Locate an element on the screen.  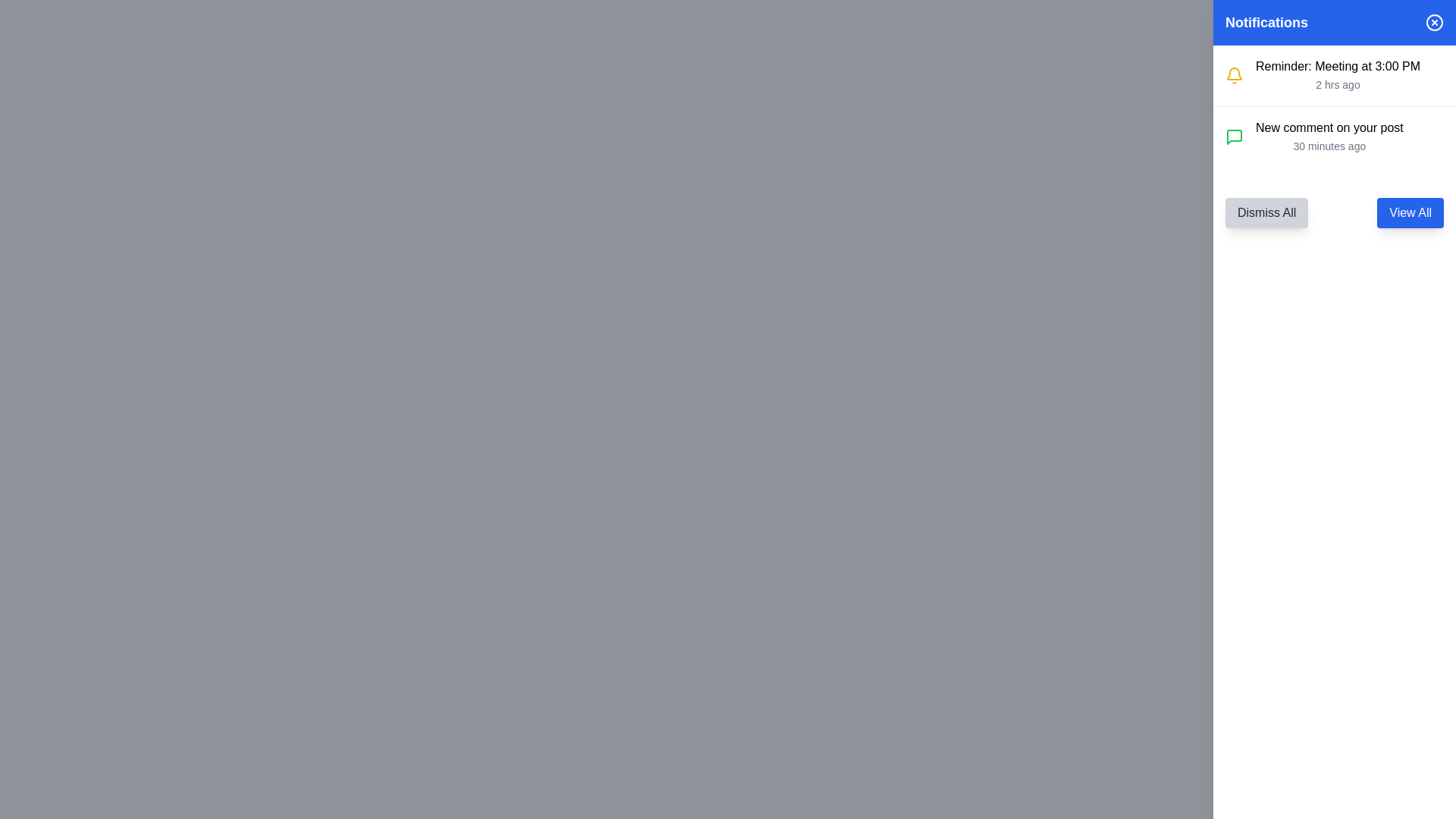
the bell icon with a yellow outline located in the top-right corner of the interface within the 'Notifications' blue header section is located at coordinates (1234, 74).